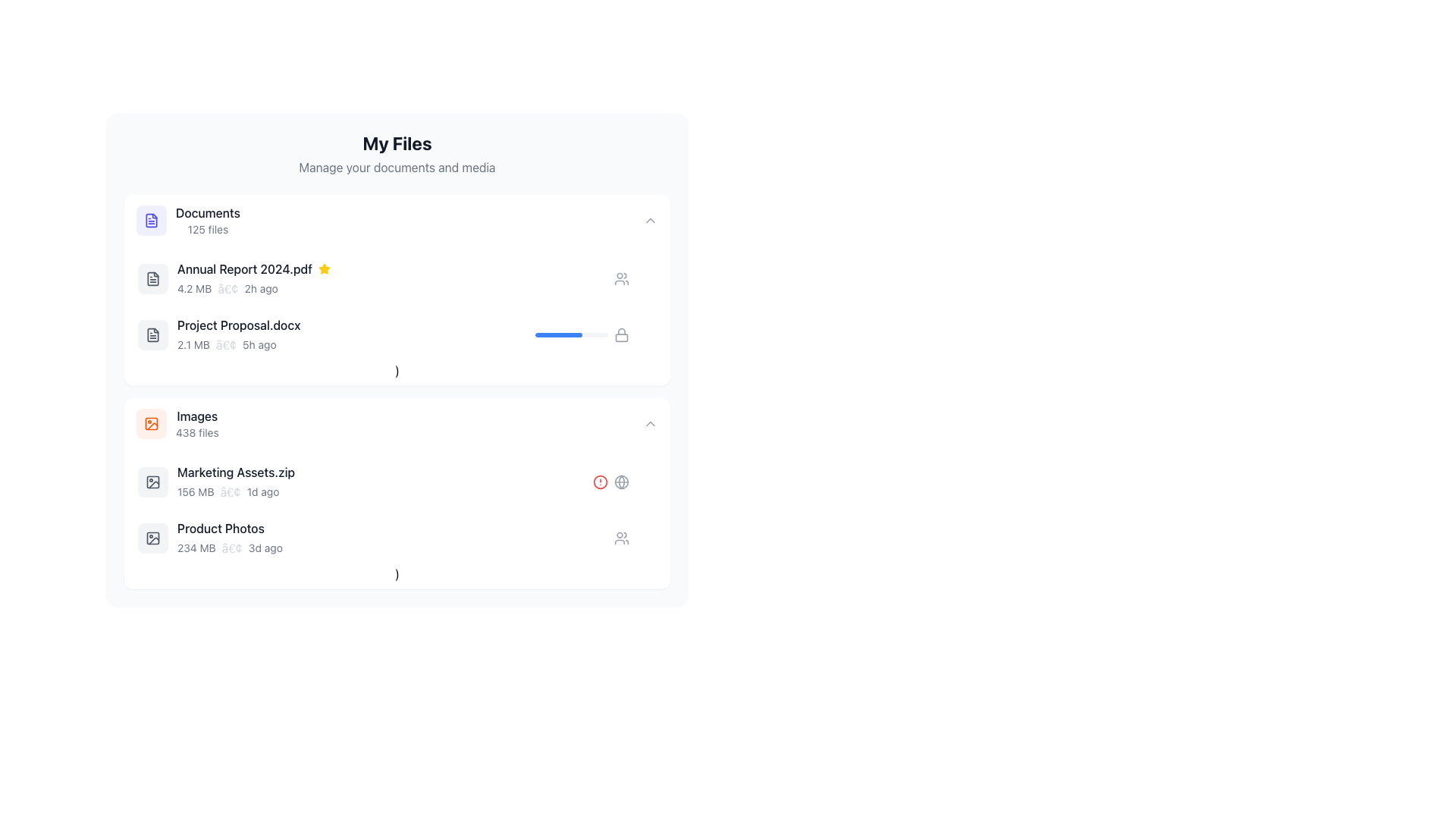  What do you see at coordinates (152, 424) in the screenshot?
I see `the small square-shaped icon with rounded corners and light orange background representing the image category, located to the left of the 'Images' label under 'My Files'` at bounding box center [152, 424].